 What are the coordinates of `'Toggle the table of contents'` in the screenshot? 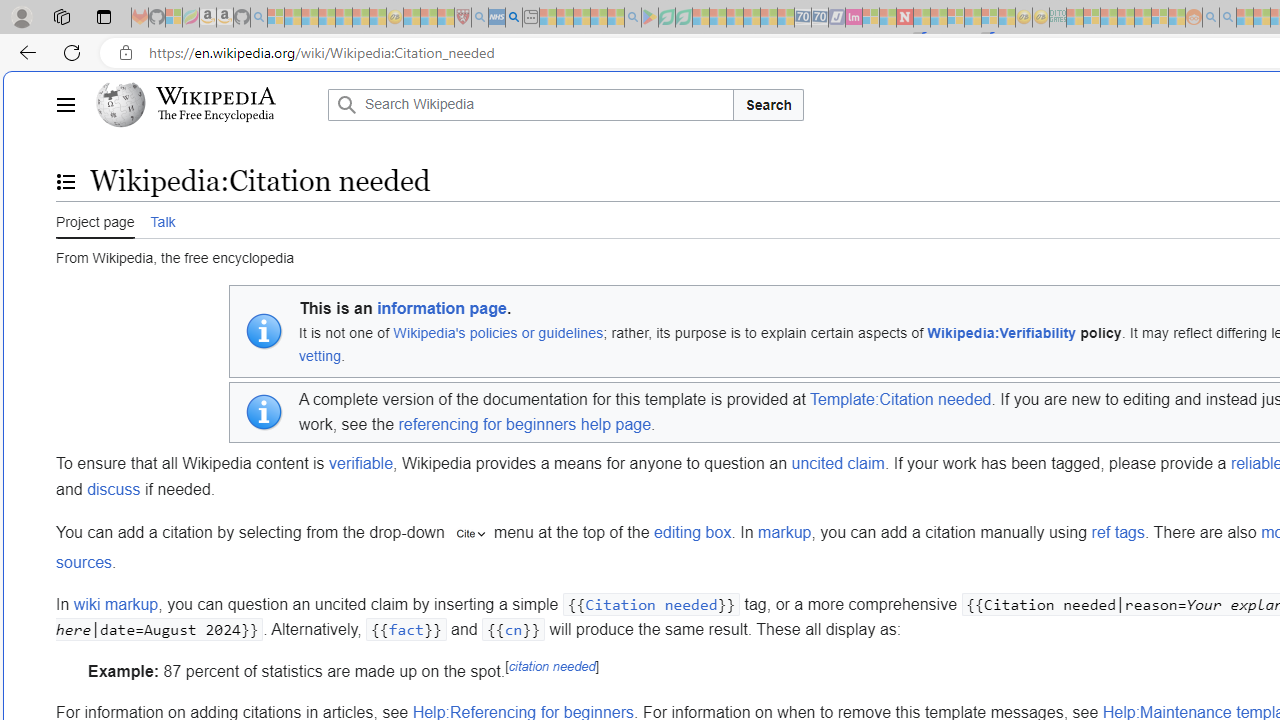 It's located at (65, 181).